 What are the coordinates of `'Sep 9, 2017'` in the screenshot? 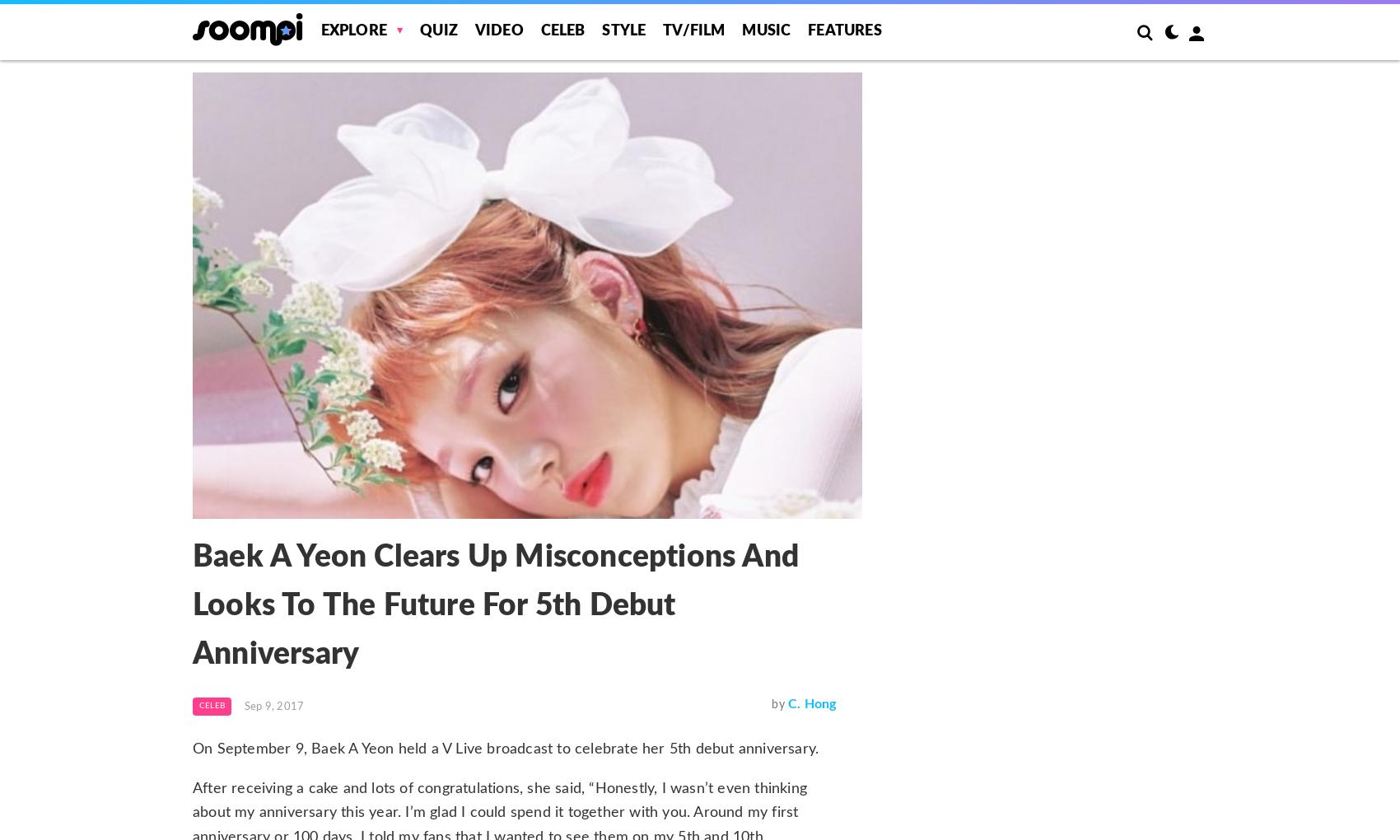 It's located at (244, 706).